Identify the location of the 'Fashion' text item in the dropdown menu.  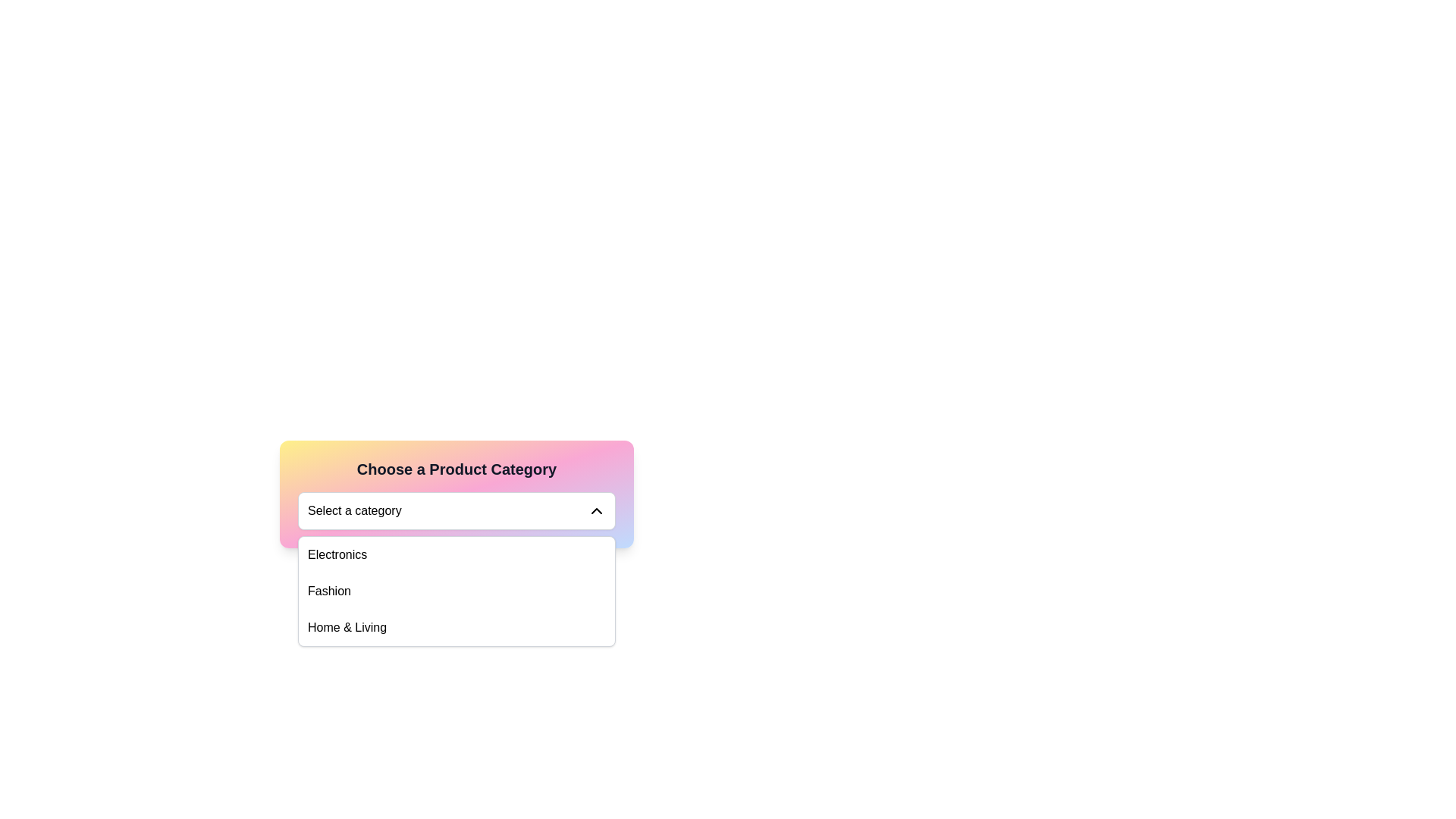
(328, 590).